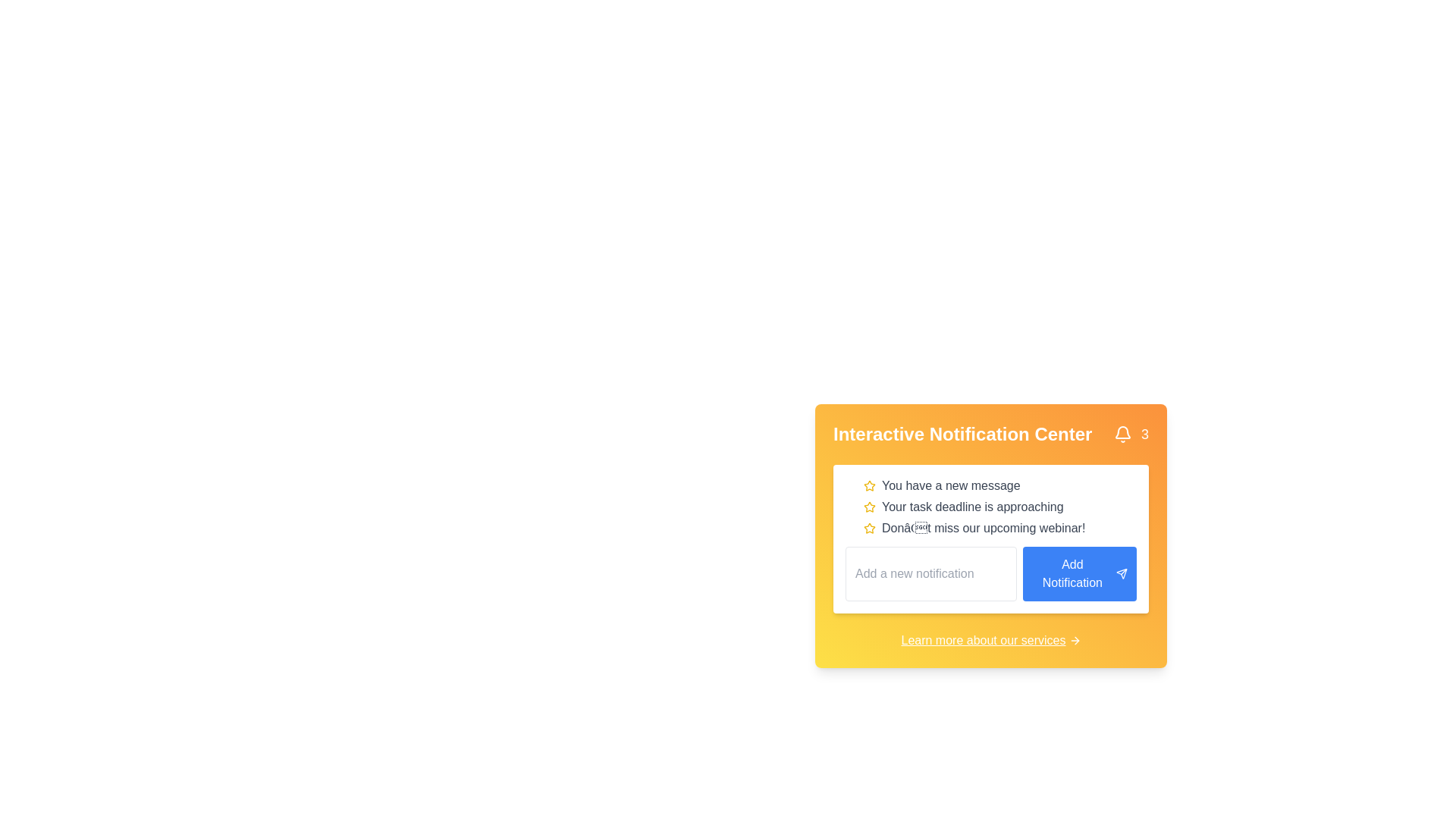 This screenshot has width=1456, height=819. Describe the element at coordinates (870, 485) in the screenshot. I see `the decorative star icon indicating importance next to the 'You have a new message' text in the notification center` at that location.